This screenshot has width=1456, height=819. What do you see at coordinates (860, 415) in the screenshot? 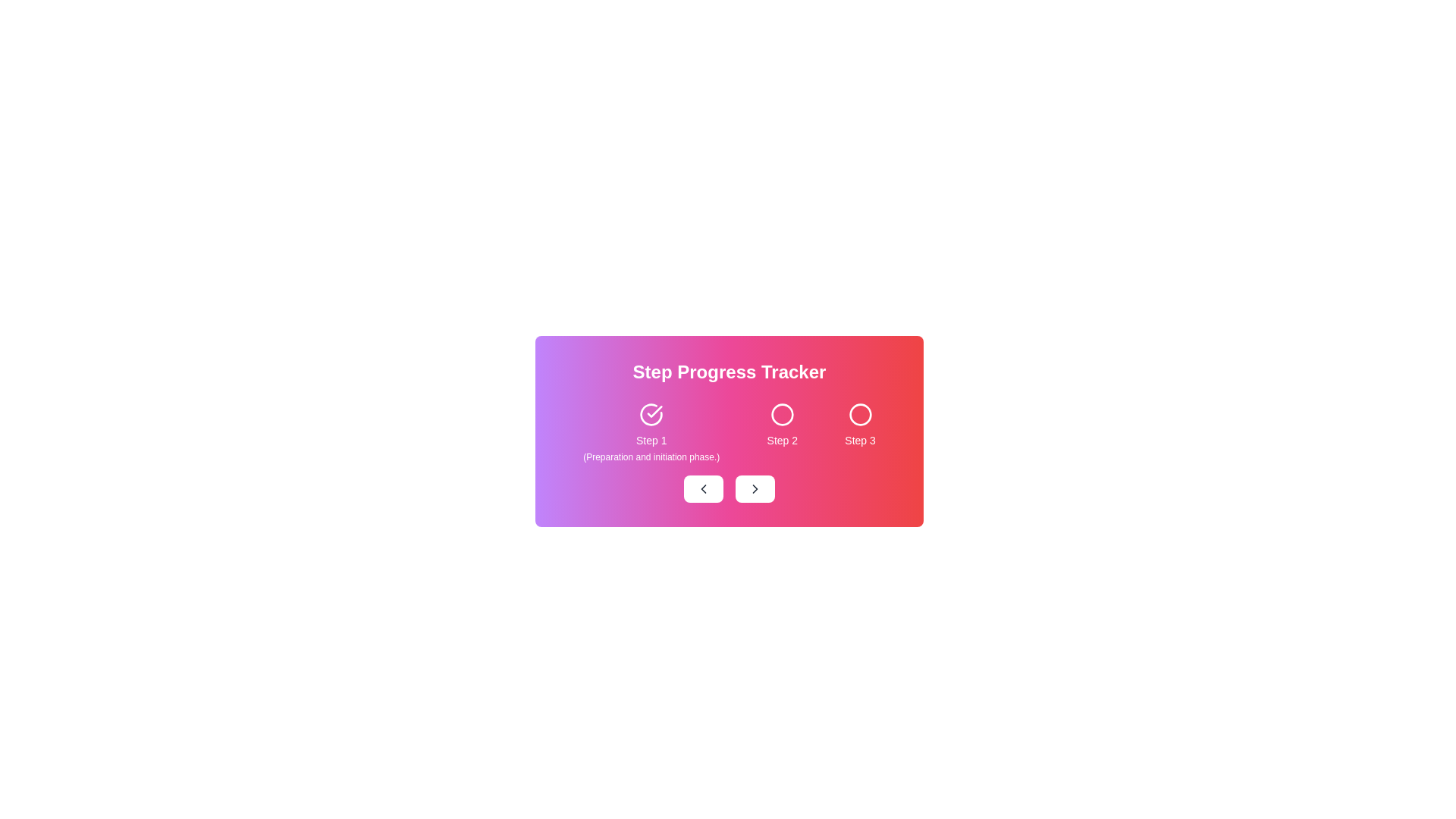
I see `the third circle in the step progress tracker, labeled 'Step 3'` at bounding box center [860, 415].